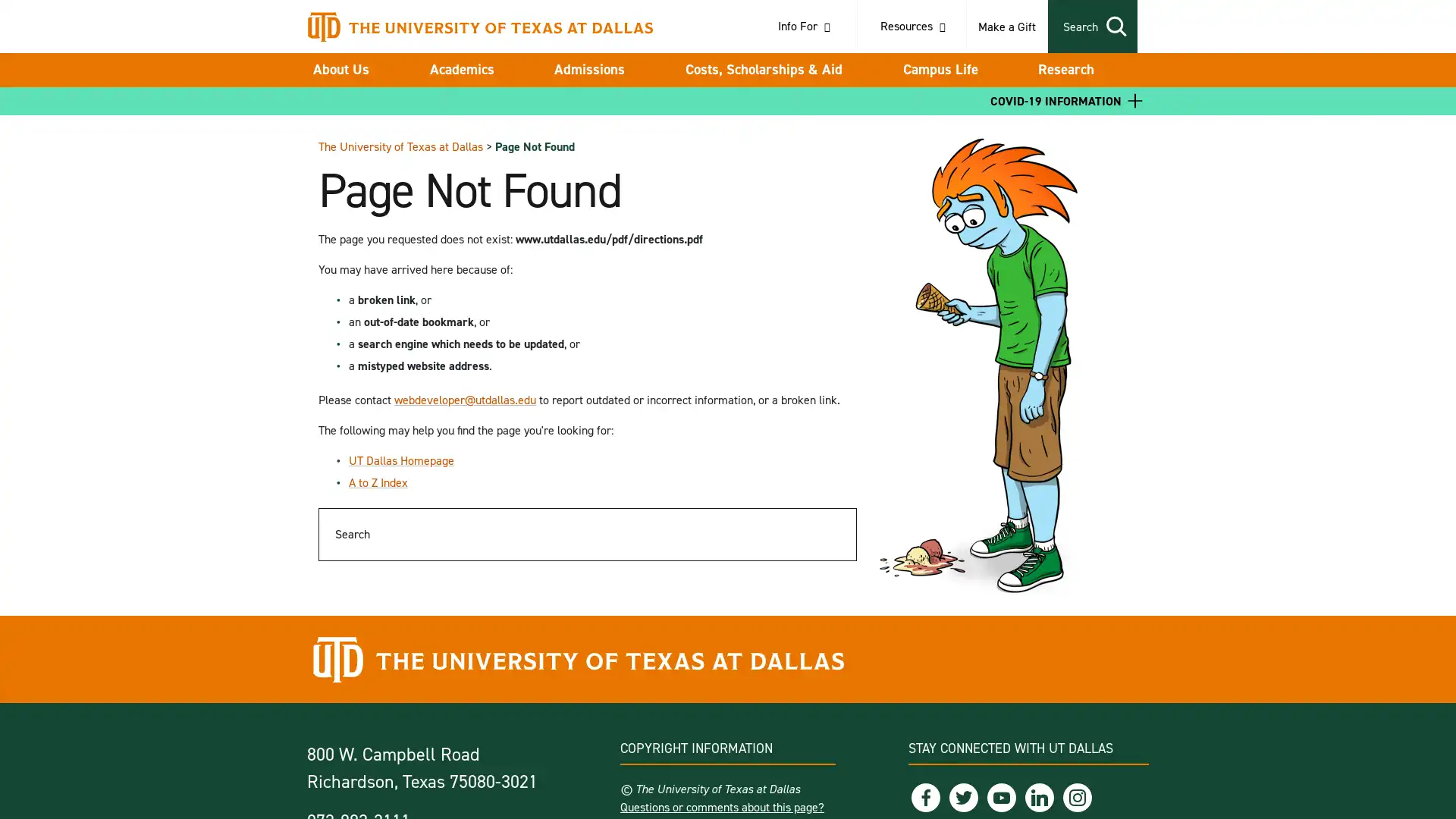  What do you see at coordinates (1135, 100) in the screenshot?
I see `open urgent message` at bounding box center [1135, 100].